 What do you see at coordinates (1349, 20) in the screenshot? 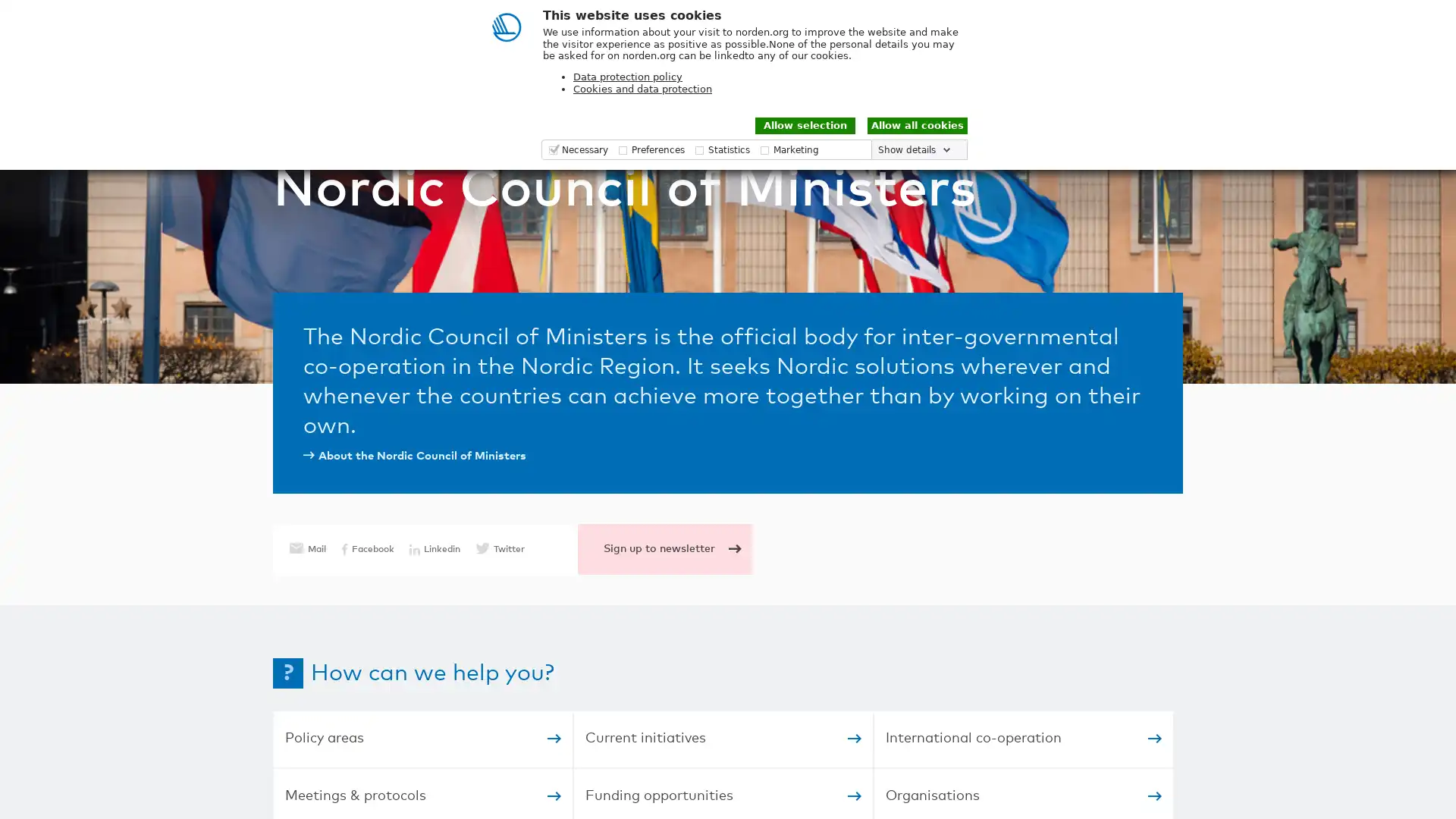
I see `List additional actions` at bounding box center [1349, 20].